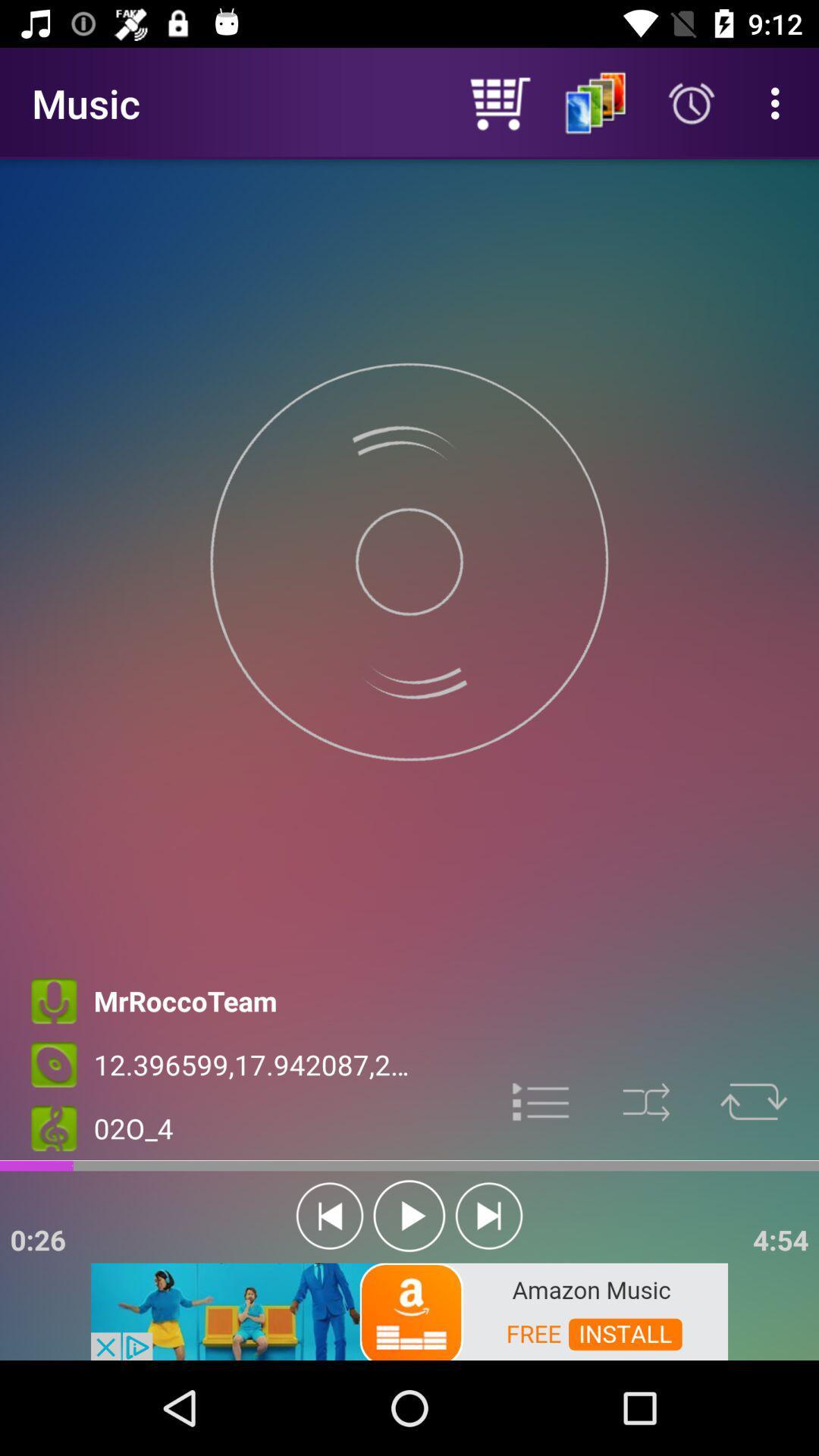 The image size is (819, 1456). I want to click on repeat, so click(754, 1102).